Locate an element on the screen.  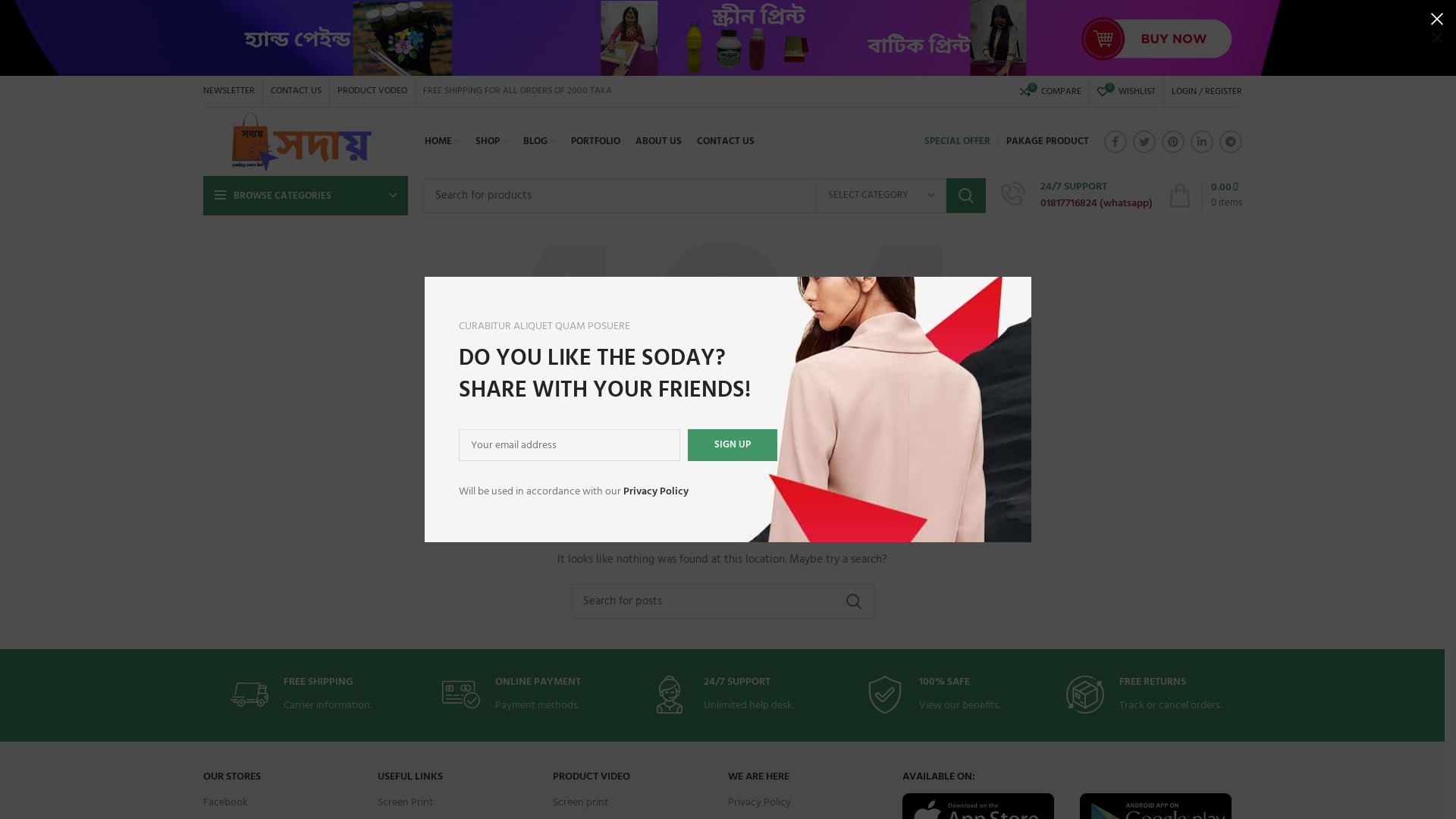
'SHOP' is located at coordinates (491, 141).